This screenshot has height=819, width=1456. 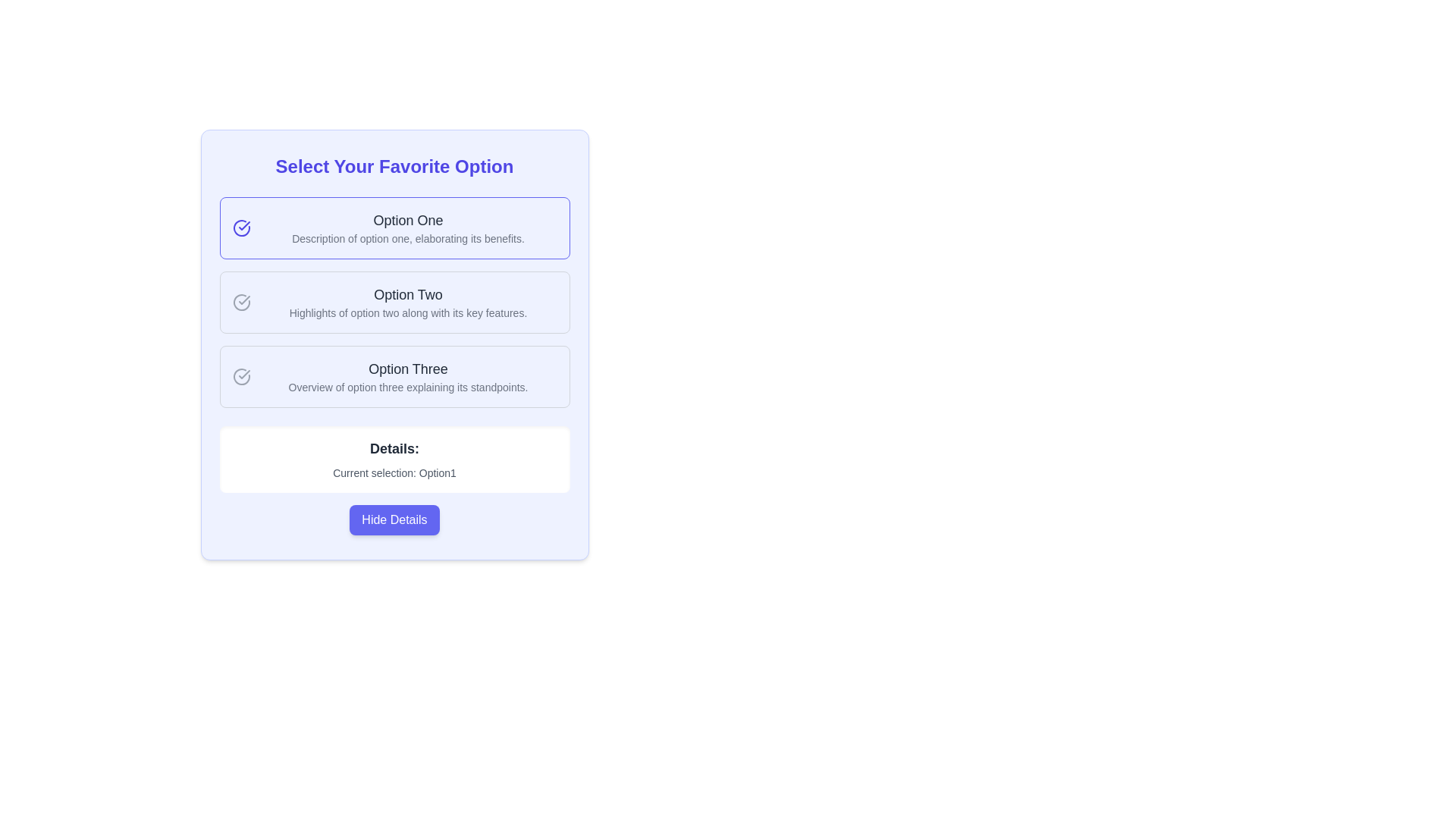 I want to click on the static text display that shows 'Current selection: Option1' styled with small gray text, positioned below the 'Details:' heading, so click(x=394, y=472).